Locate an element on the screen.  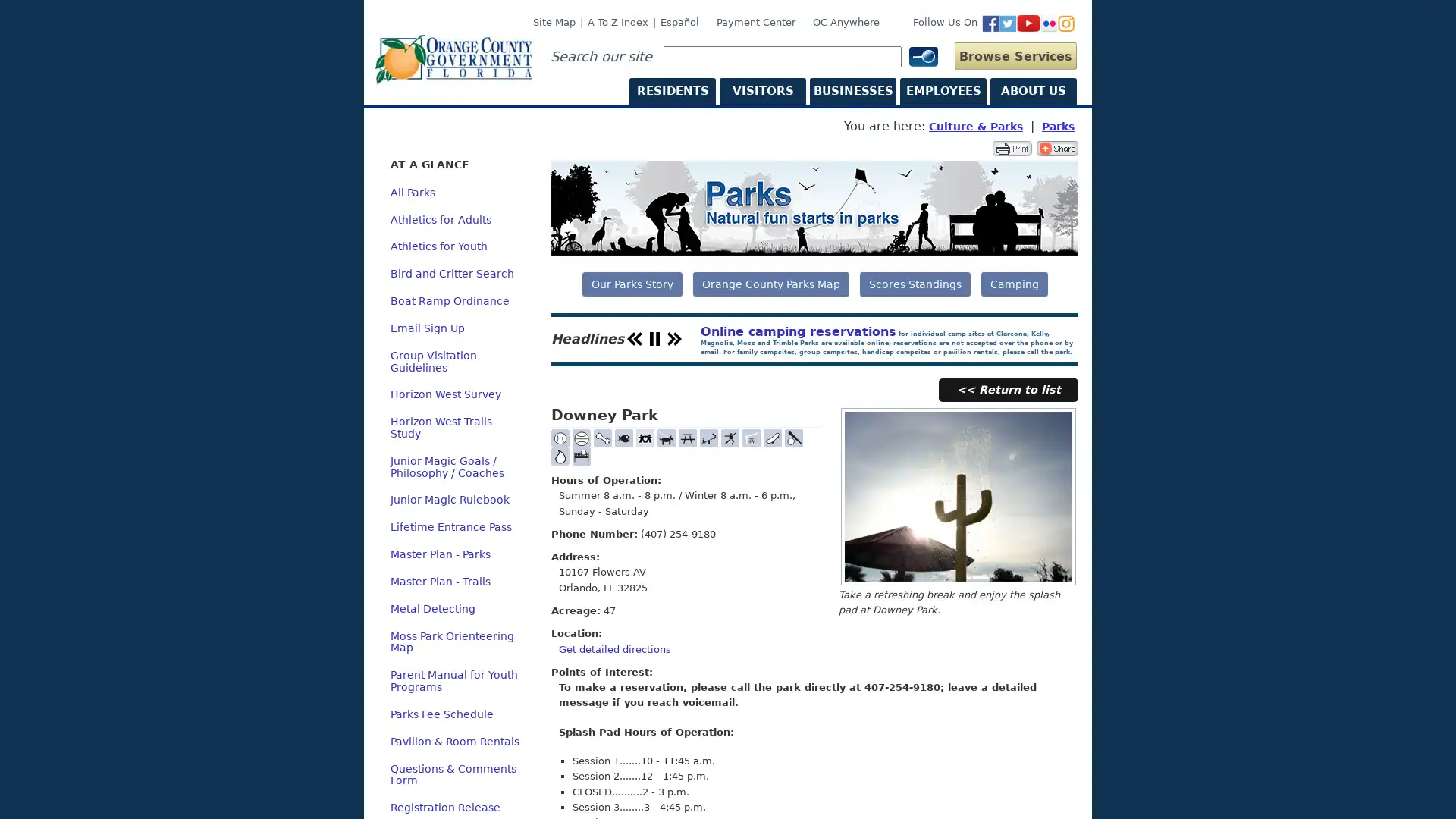
Browse Services is located at coordinates (1015, 55).